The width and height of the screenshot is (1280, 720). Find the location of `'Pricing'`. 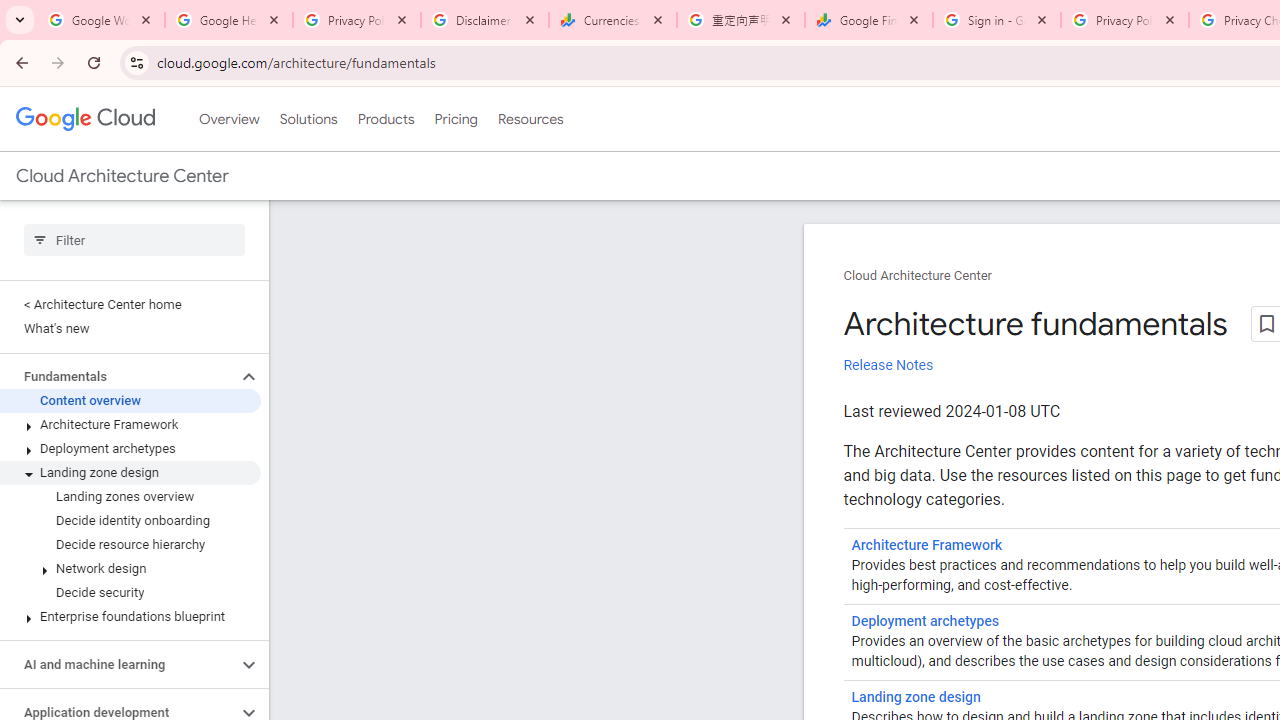

'Pricing' is located at coordinates (454, 119).